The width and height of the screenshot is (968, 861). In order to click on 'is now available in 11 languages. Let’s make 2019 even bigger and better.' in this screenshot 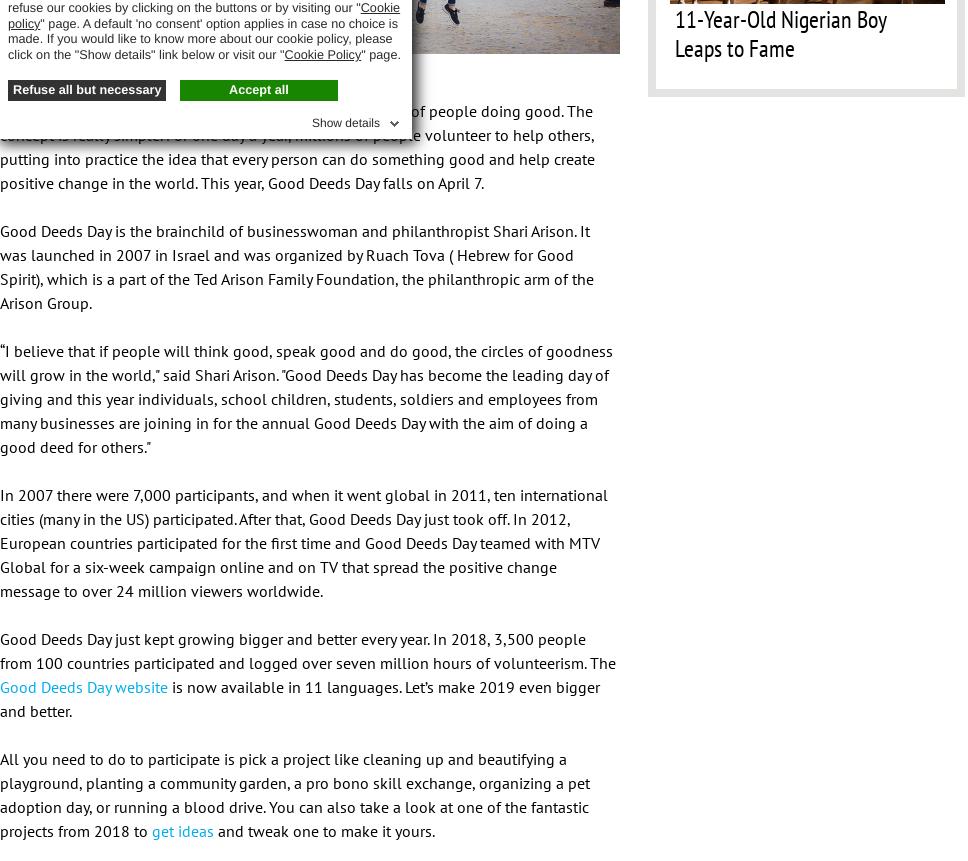, I will do `click(298, 697)`.